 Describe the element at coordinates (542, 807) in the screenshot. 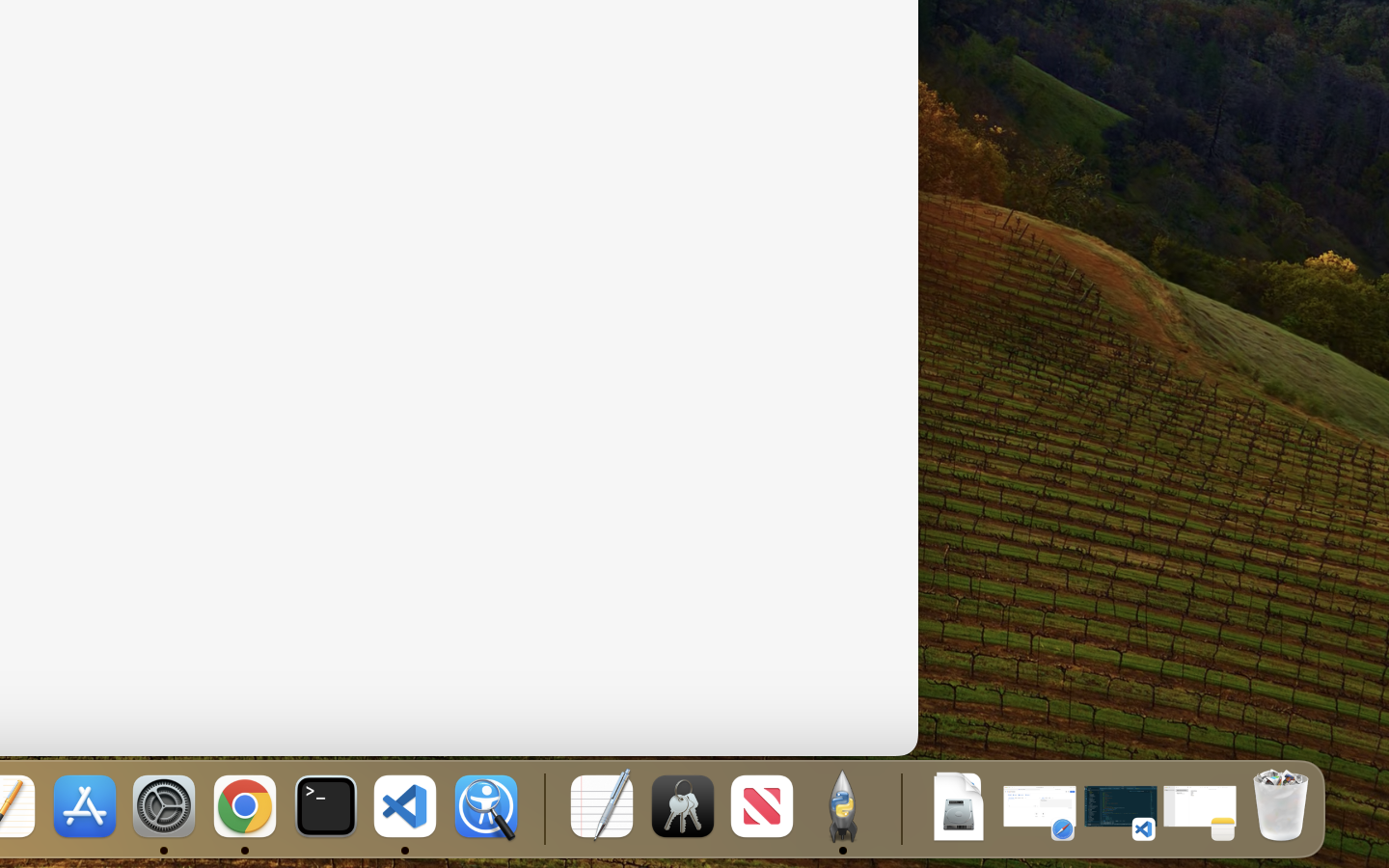

I see `'0.4285714328289032'` at that location.